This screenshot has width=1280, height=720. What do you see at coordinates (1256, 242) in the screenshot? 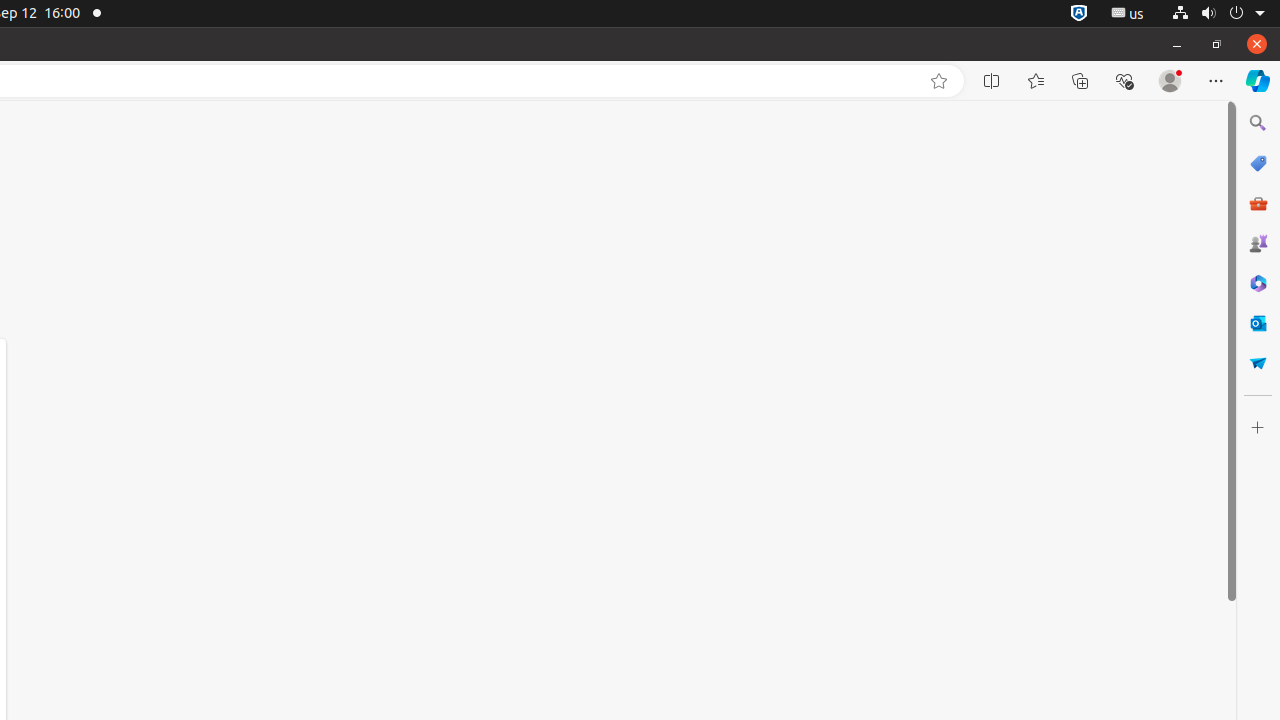
I see `'Games'` at bounding box center [1256, 242].